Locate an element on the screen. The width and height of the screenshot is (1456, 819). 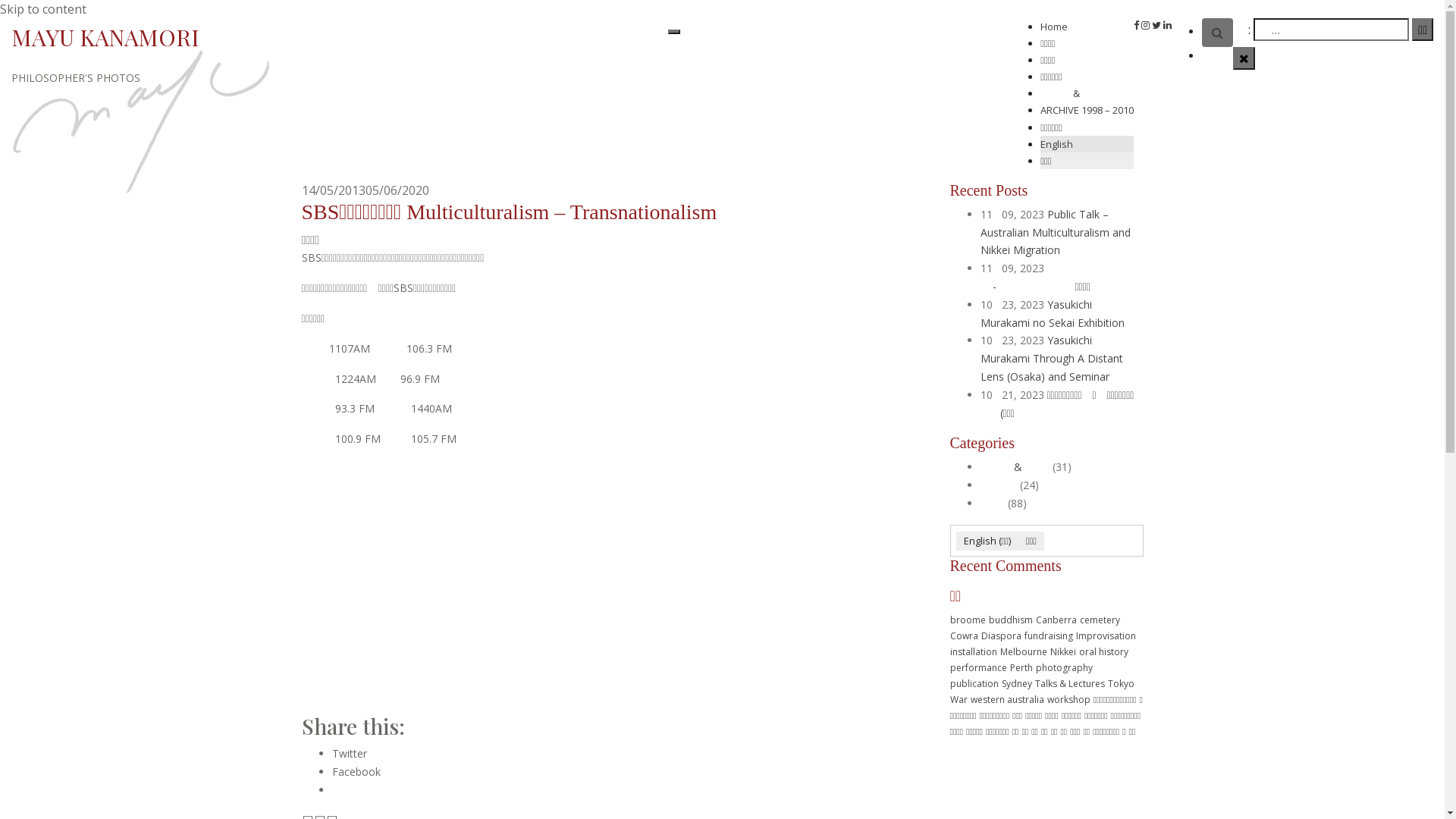
'14/05/201305/06/2020' is located at coordinates (365, 189).